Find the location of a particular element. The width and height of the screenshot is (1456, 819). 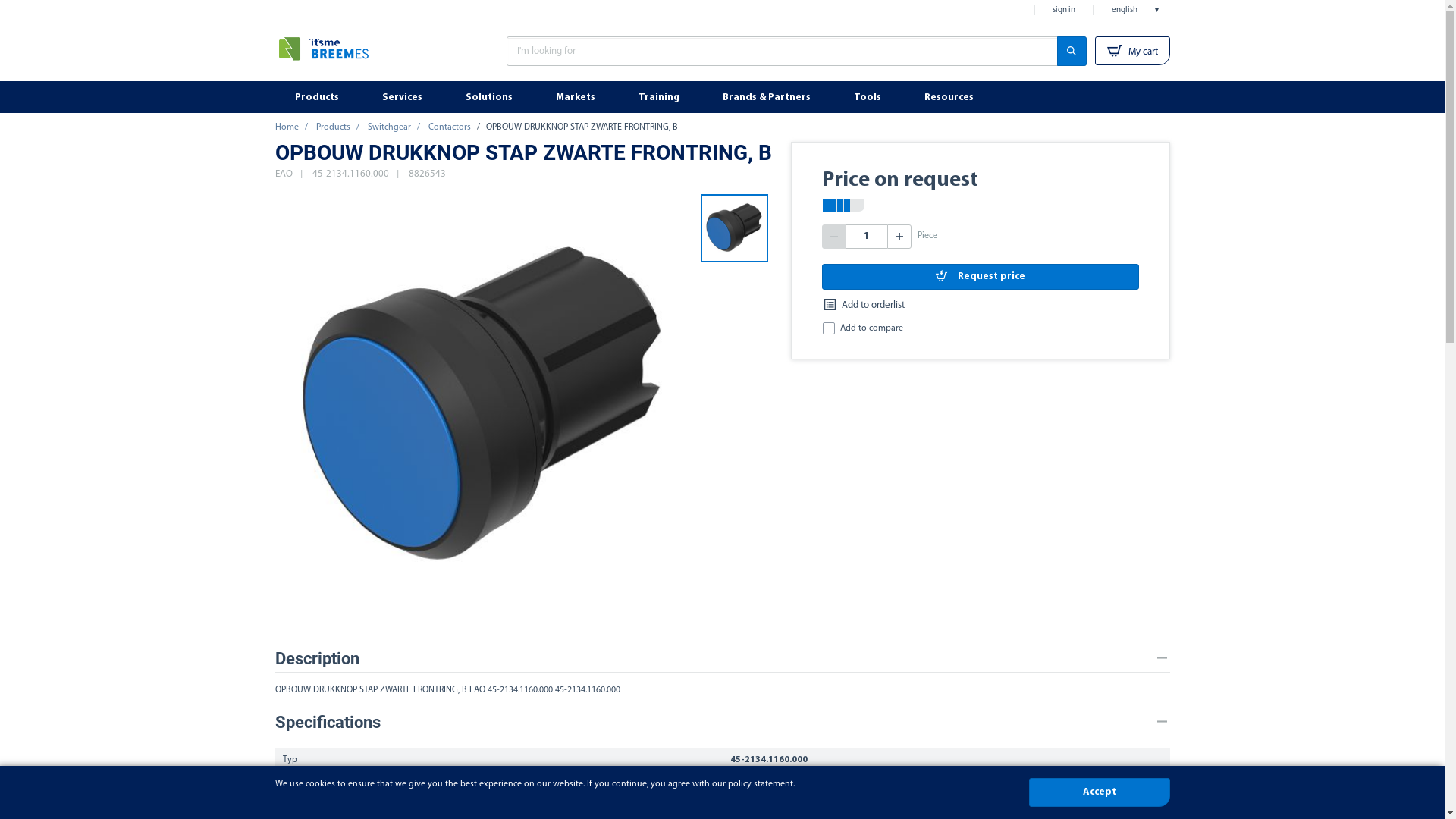

'Add to orderlist' is located at coordinates (863, 306).